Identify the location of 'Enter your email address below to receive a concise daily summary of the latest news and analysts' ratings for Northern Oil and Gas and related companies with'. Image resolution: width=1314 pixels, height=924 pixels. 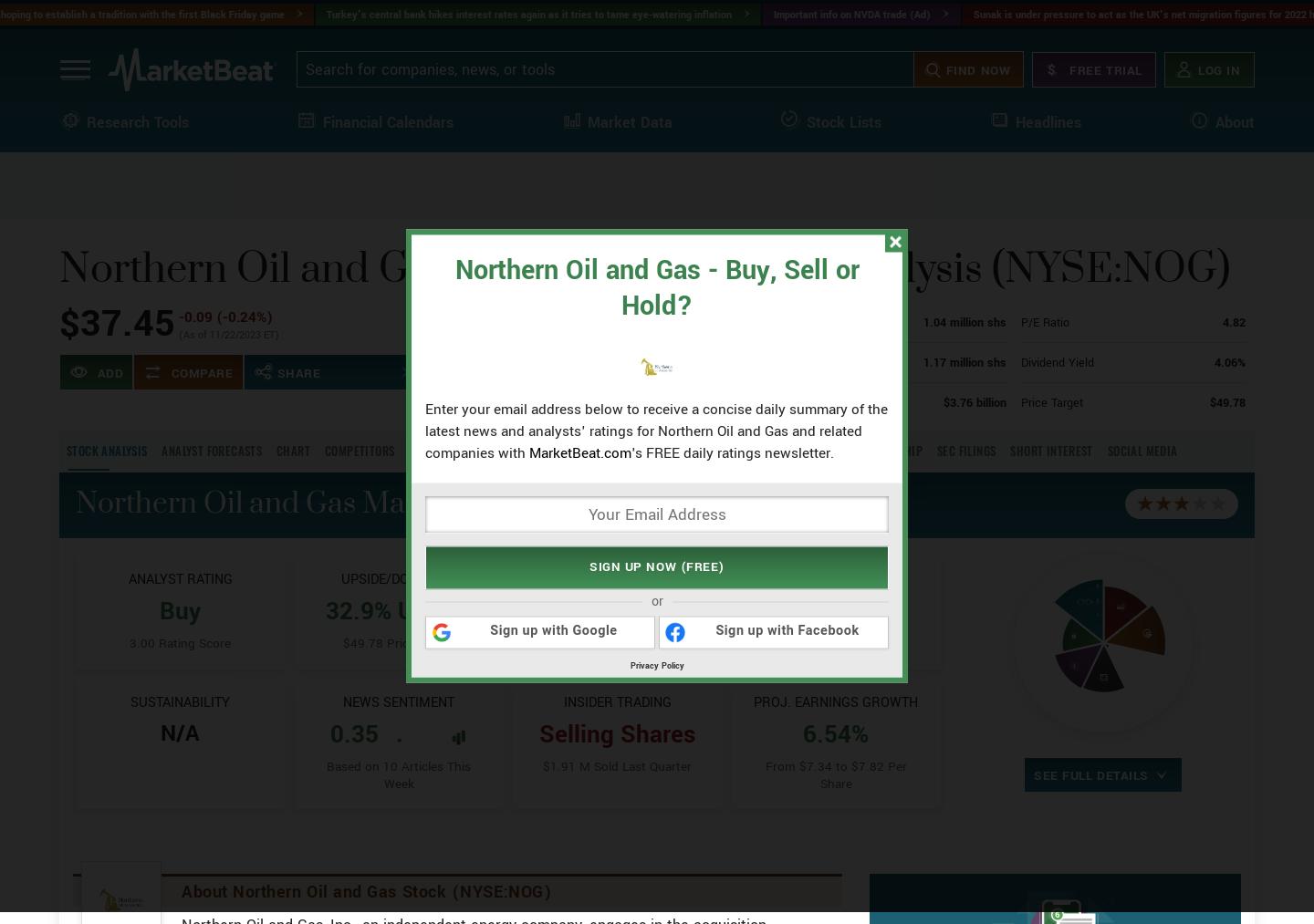
(656, 430).